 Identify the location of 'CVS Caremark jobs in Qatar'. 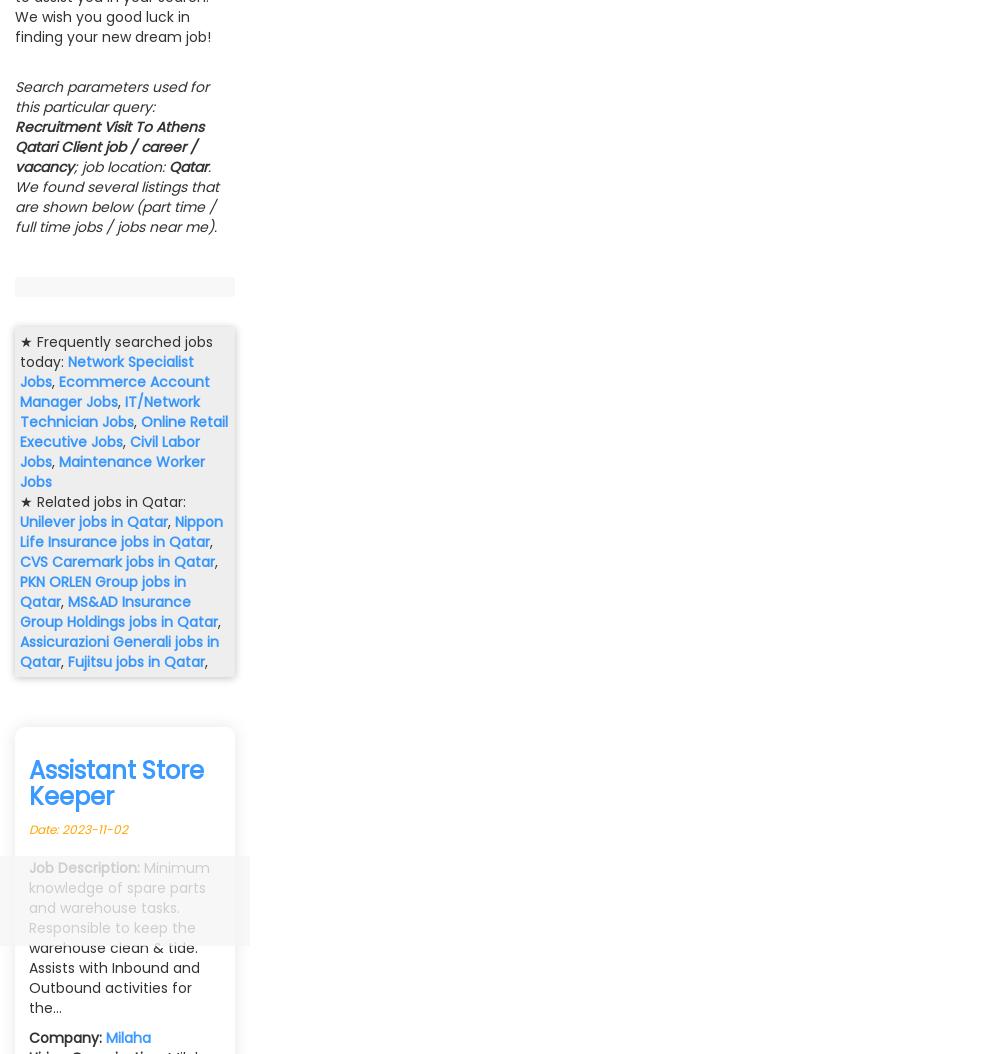
(116, 561).